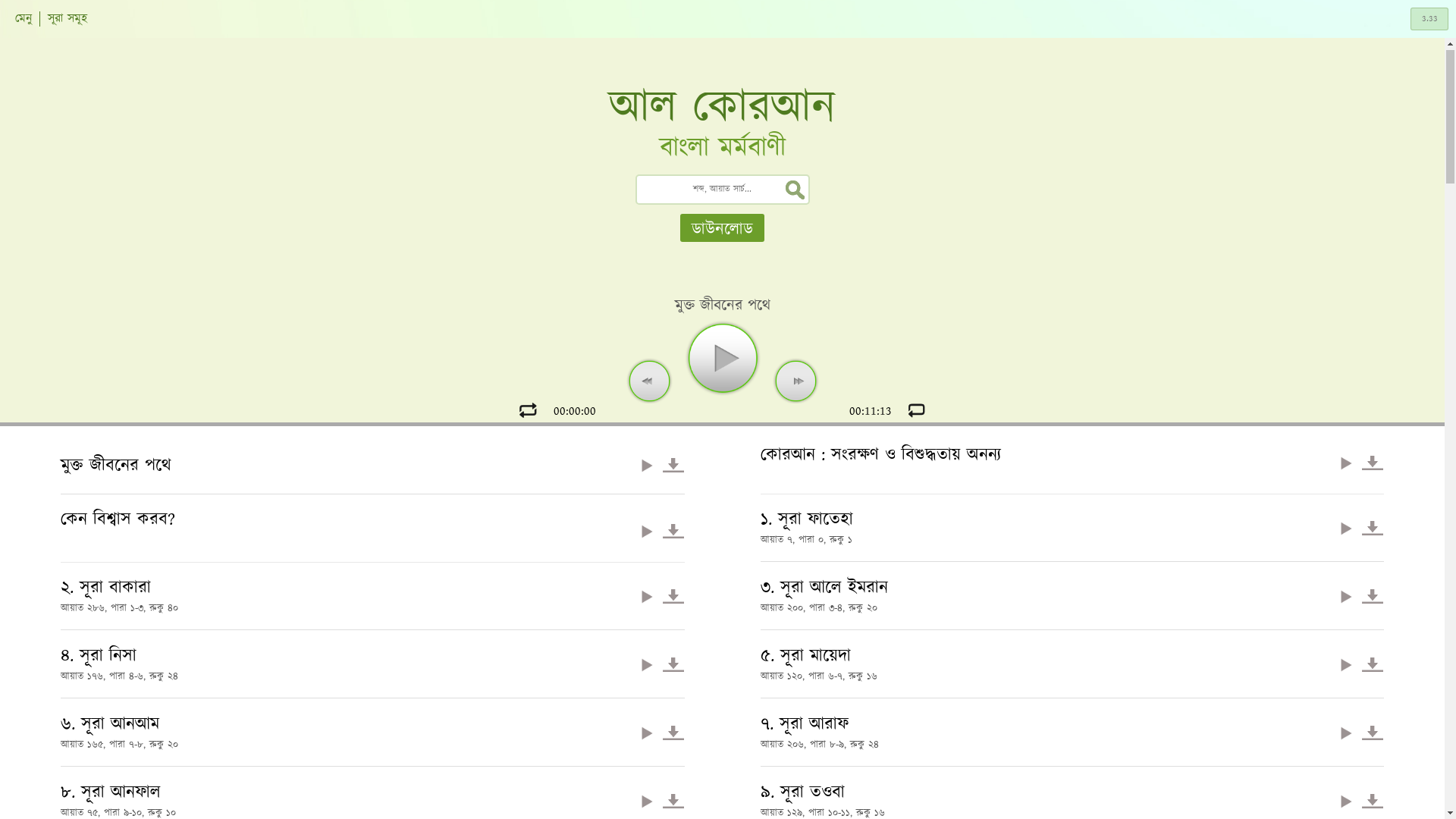  Describe the element at coordinates (635, 732) in the screenshot. I see `'Play'` at that location.